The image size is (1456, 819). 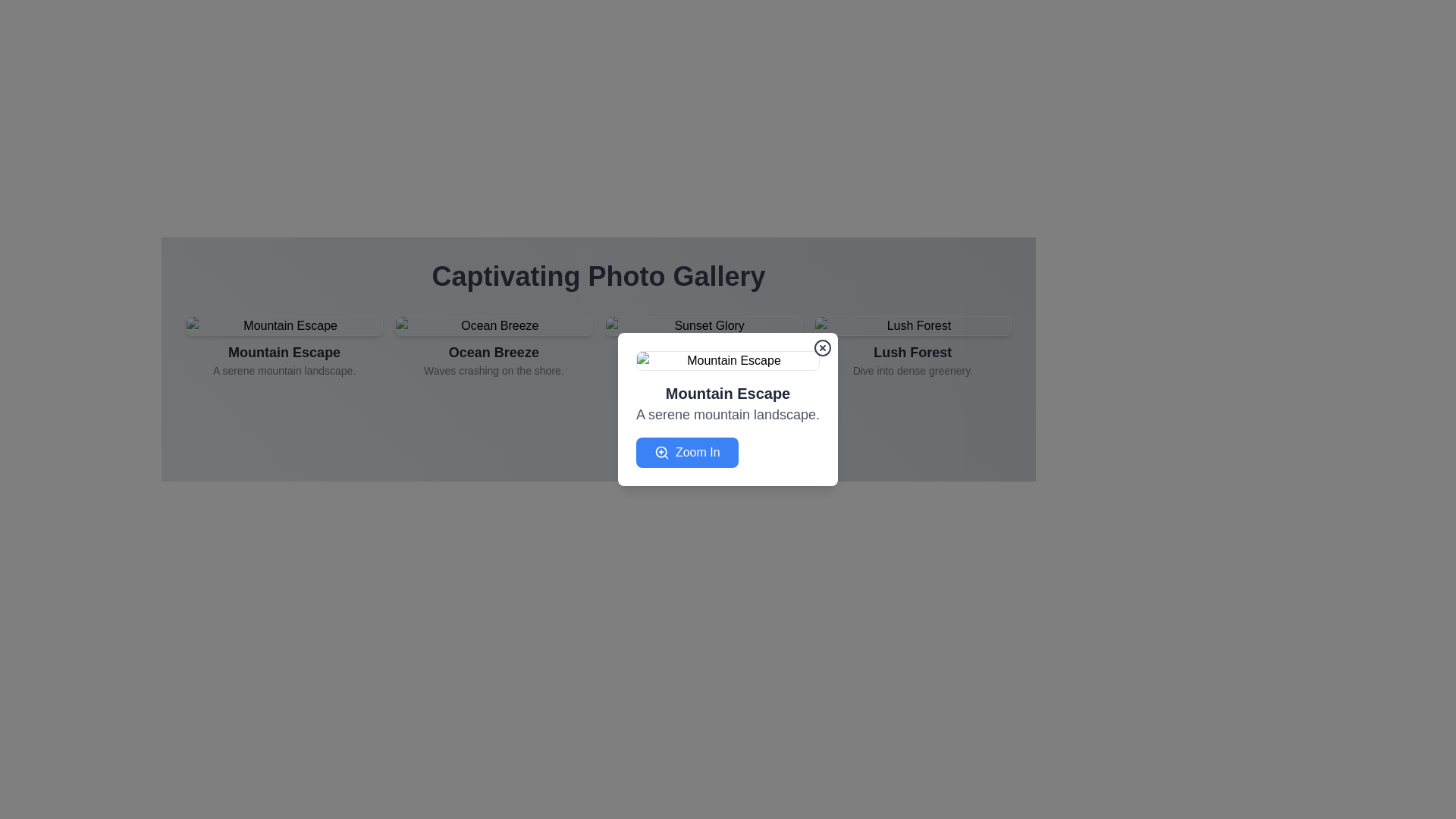 What do you see at coordinates (284, 325) in the screenshot?
I see `the scenic mountain view image thumbnail, which is a rounded rectangular shape with a light gray border` at bounding box center [284, 325].